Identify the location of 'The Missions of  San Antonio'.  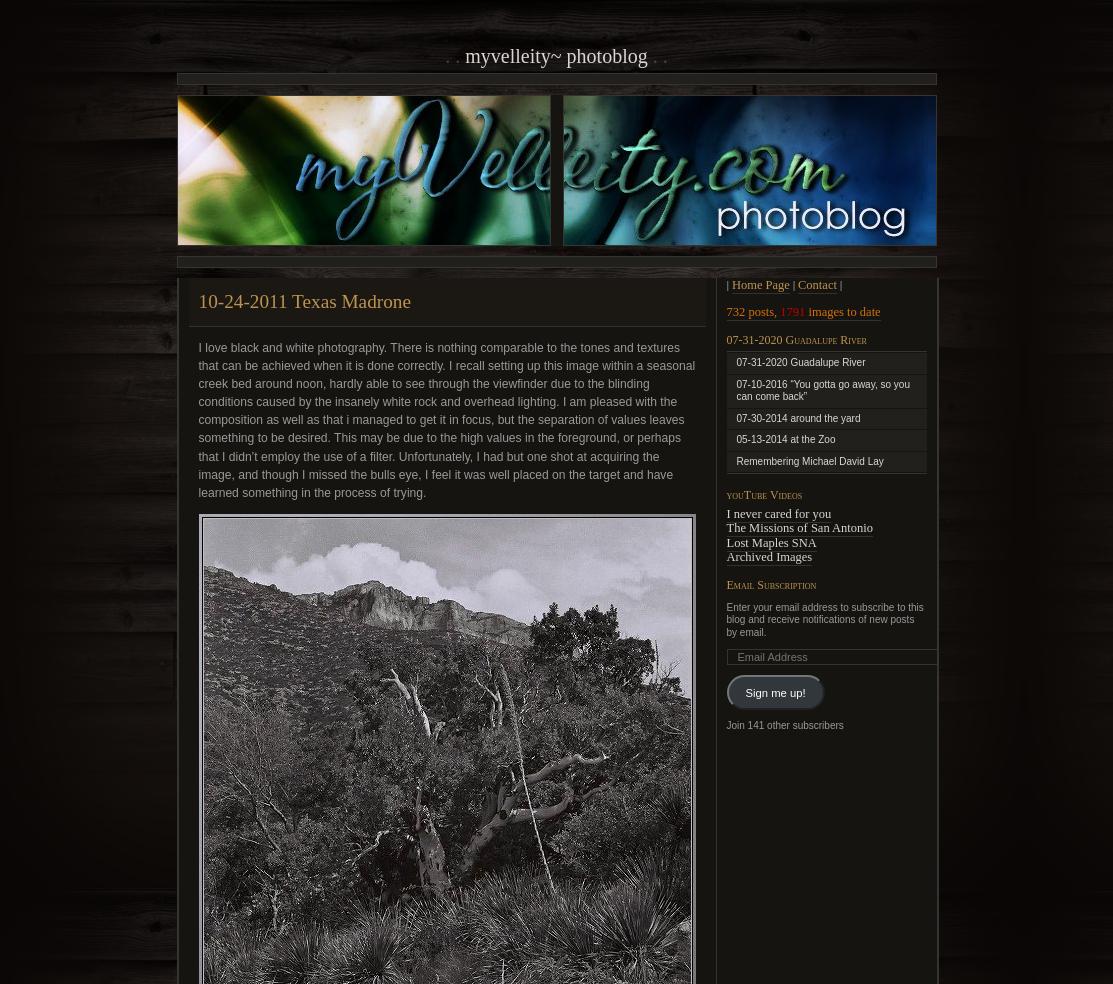
(799, 527).